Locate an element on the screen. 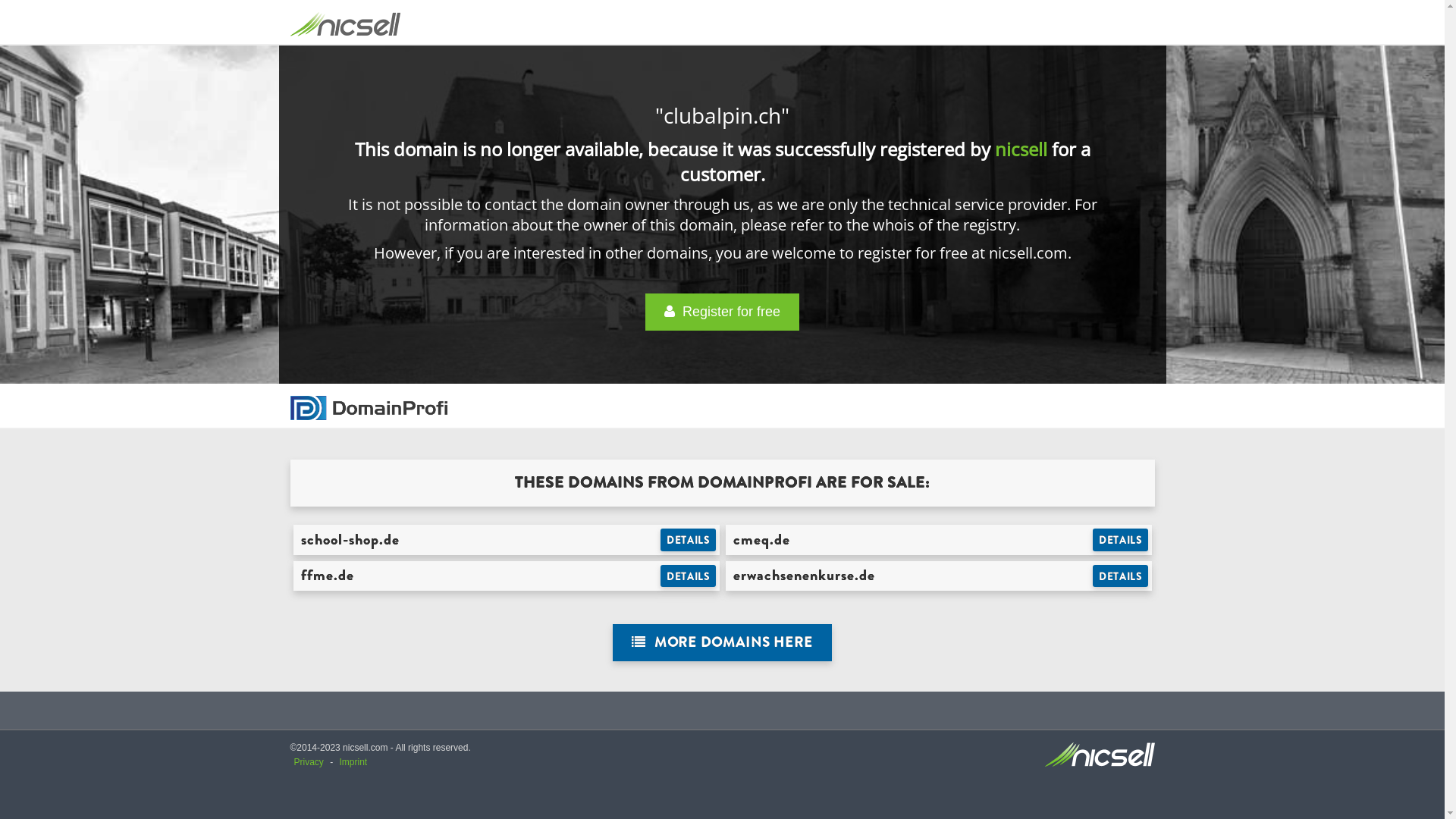 The width and height of the screenshot is (1456, 819). 'Imprint' is located at coordinates (353, 762).